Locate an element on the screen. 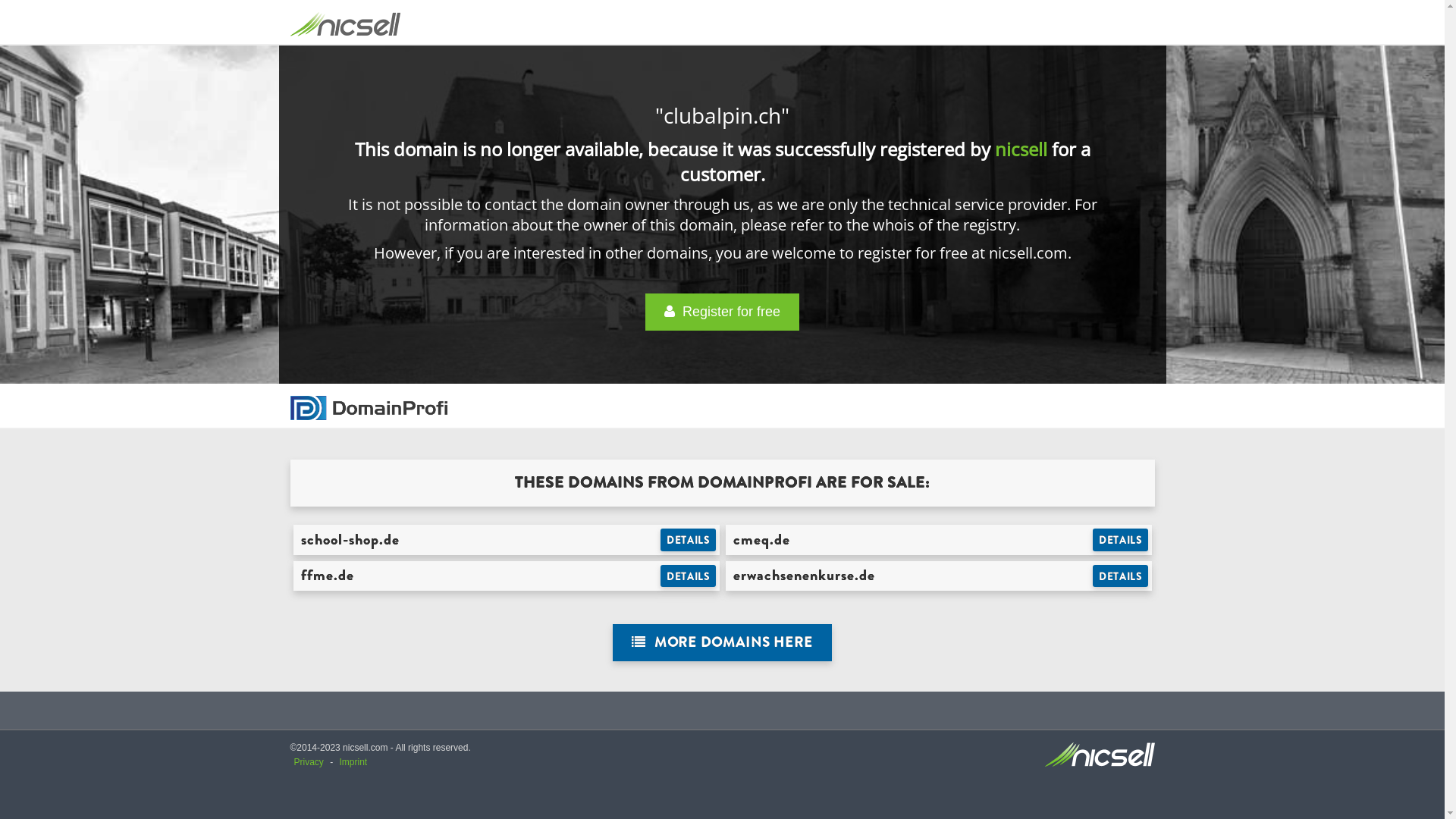 The width and height of the screenshot is (1456, 819). 'Imprint' is located at coordinates (353, 762).